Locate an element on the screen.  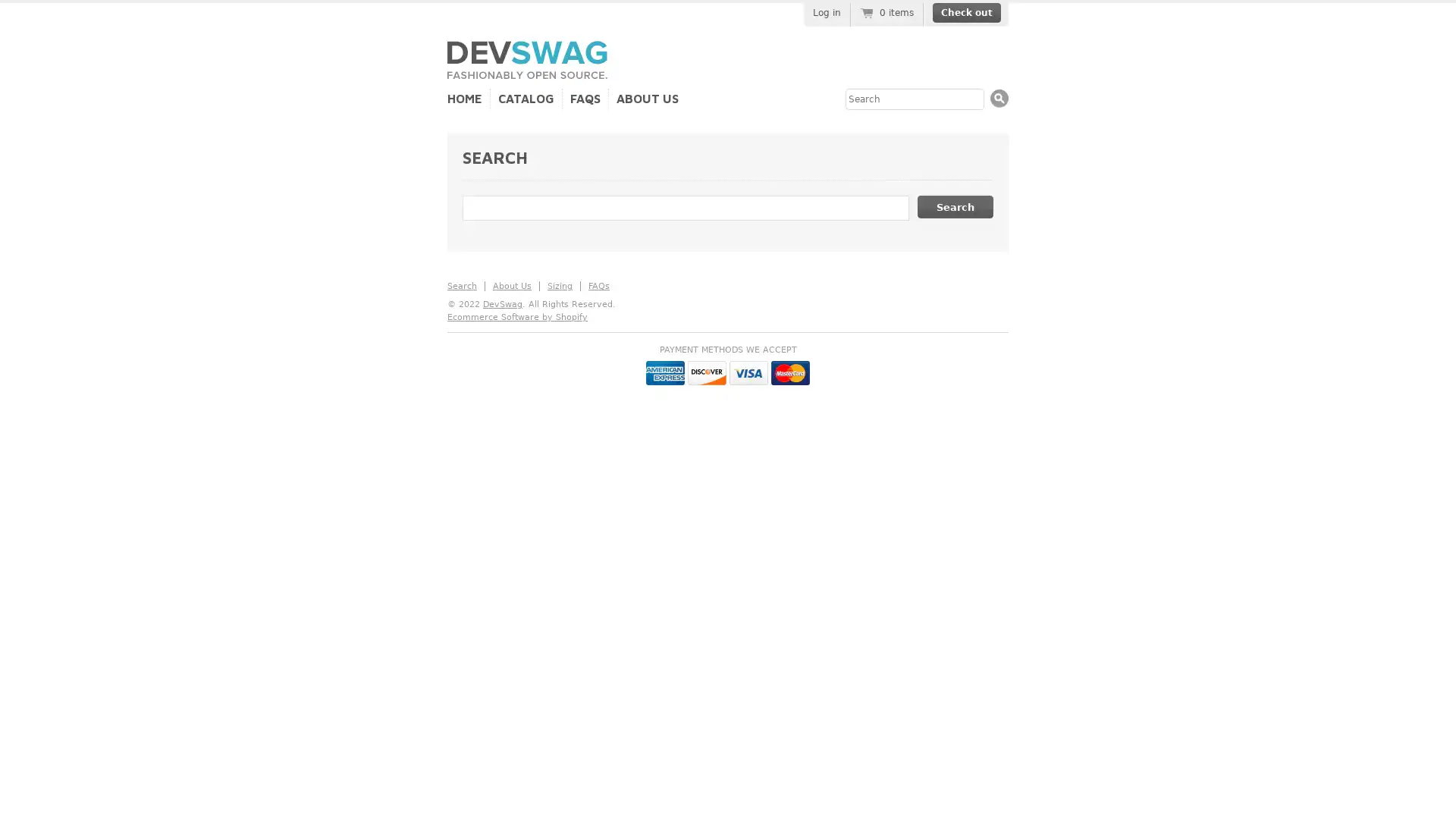
Search is located at coordinates (999, 98).